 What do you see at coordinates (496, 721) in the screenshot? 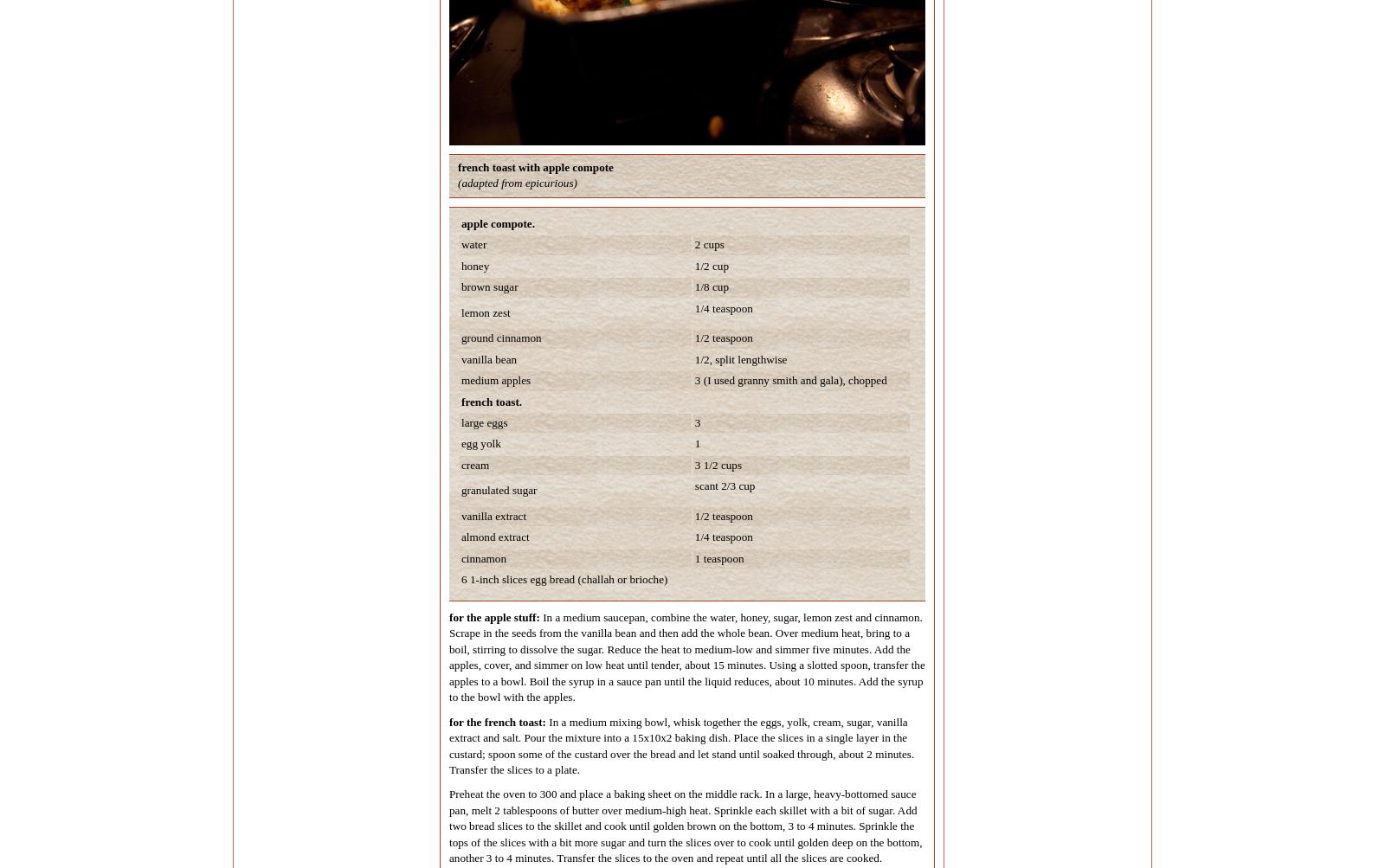
I see `'for the french toast:'` at bounding box center [496, 721].